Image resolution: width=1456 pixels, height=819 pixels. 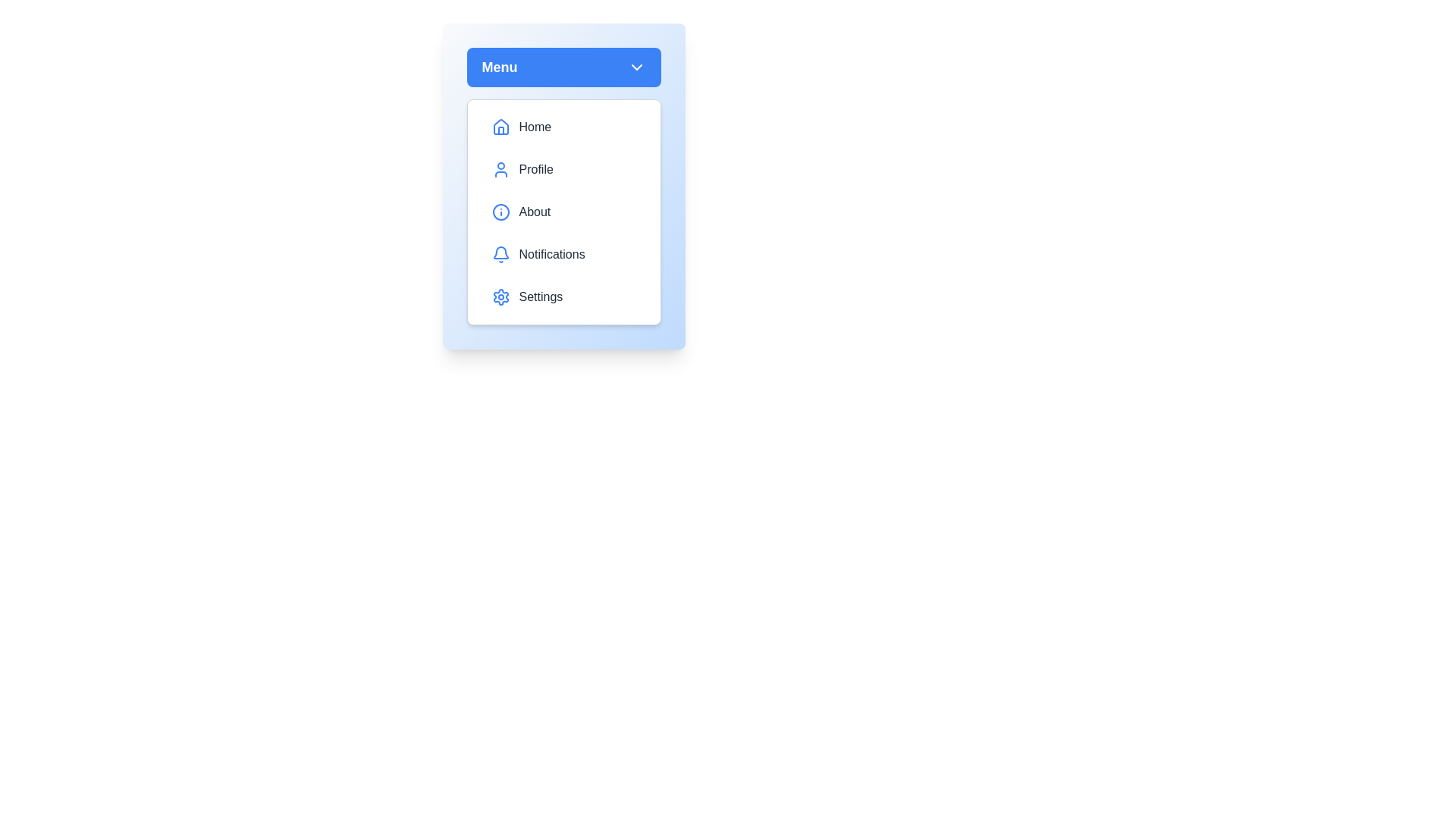 I want to click on the menu option About to highlight it, so click(x=563, y=212).